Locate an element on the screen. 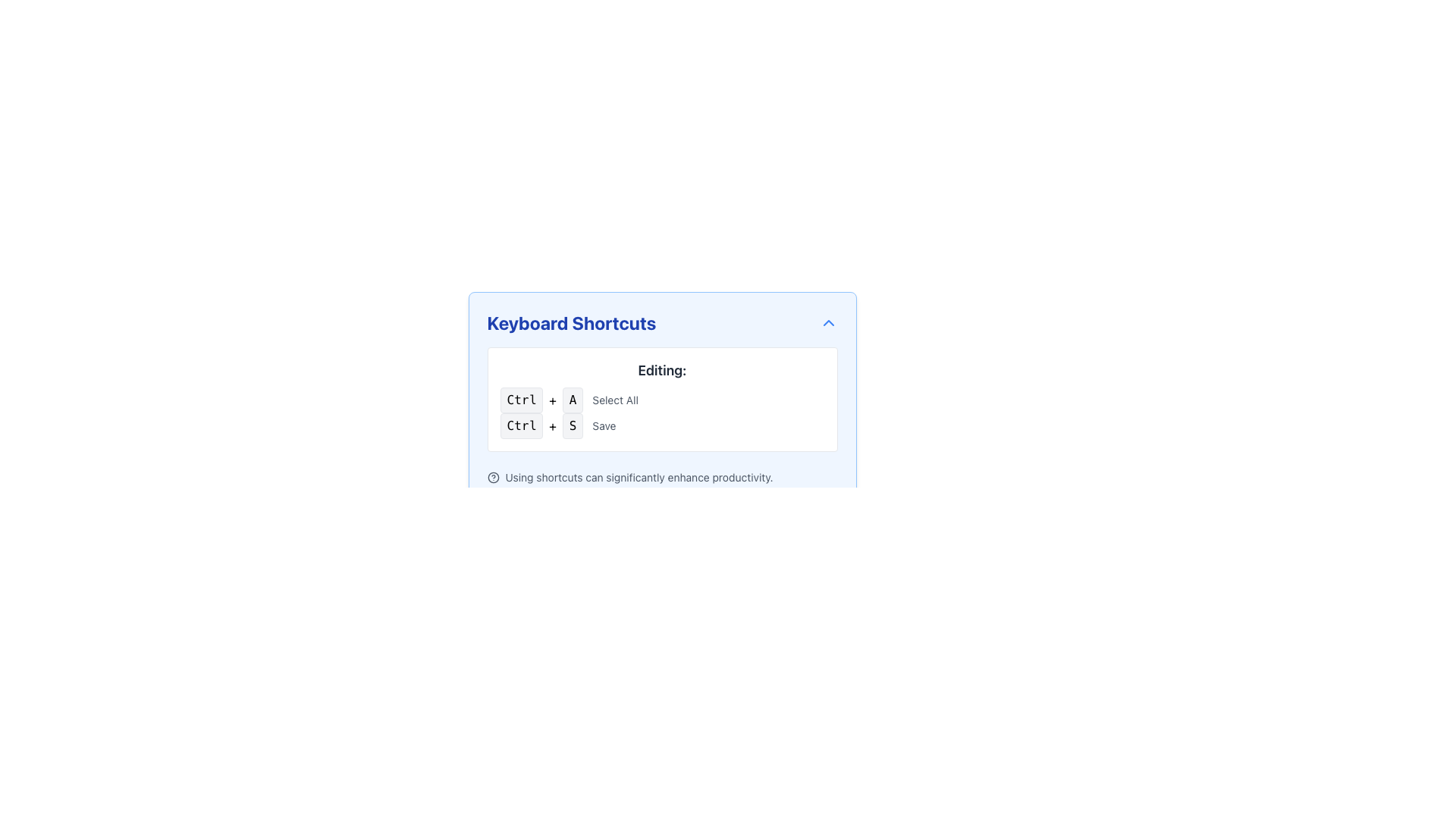  the 'S' keyboard key label which is part of the keyboard shortcut 'Ctrl + S' for saving, located in the 'Keyboard Shortcuts' section is located at coordinates (572, 426).